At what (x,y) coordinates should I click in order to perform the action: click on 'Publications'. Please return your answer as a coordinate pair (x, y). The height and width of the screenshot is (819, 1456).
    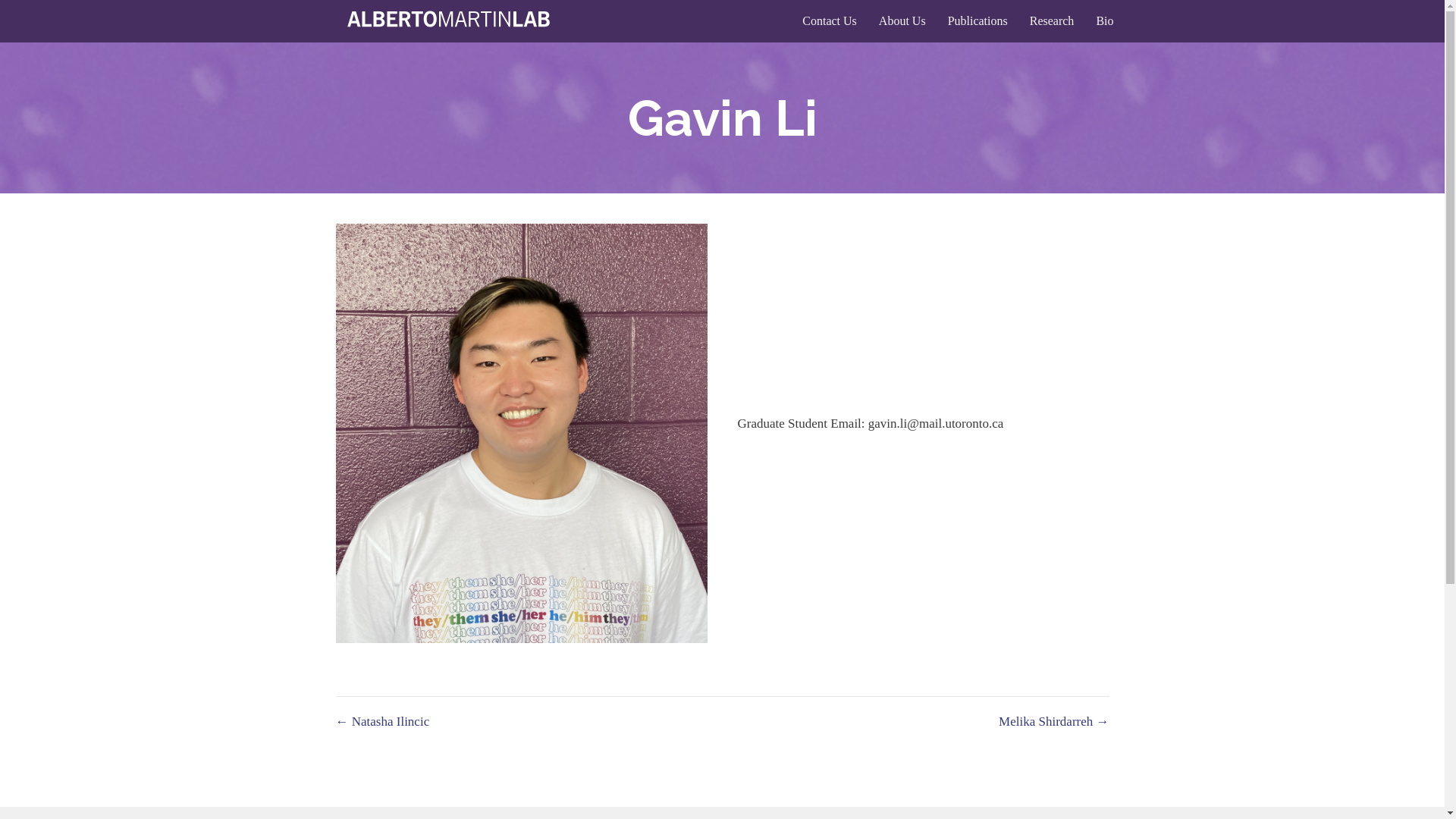
    Looking at the image, I should click on (977, 20).